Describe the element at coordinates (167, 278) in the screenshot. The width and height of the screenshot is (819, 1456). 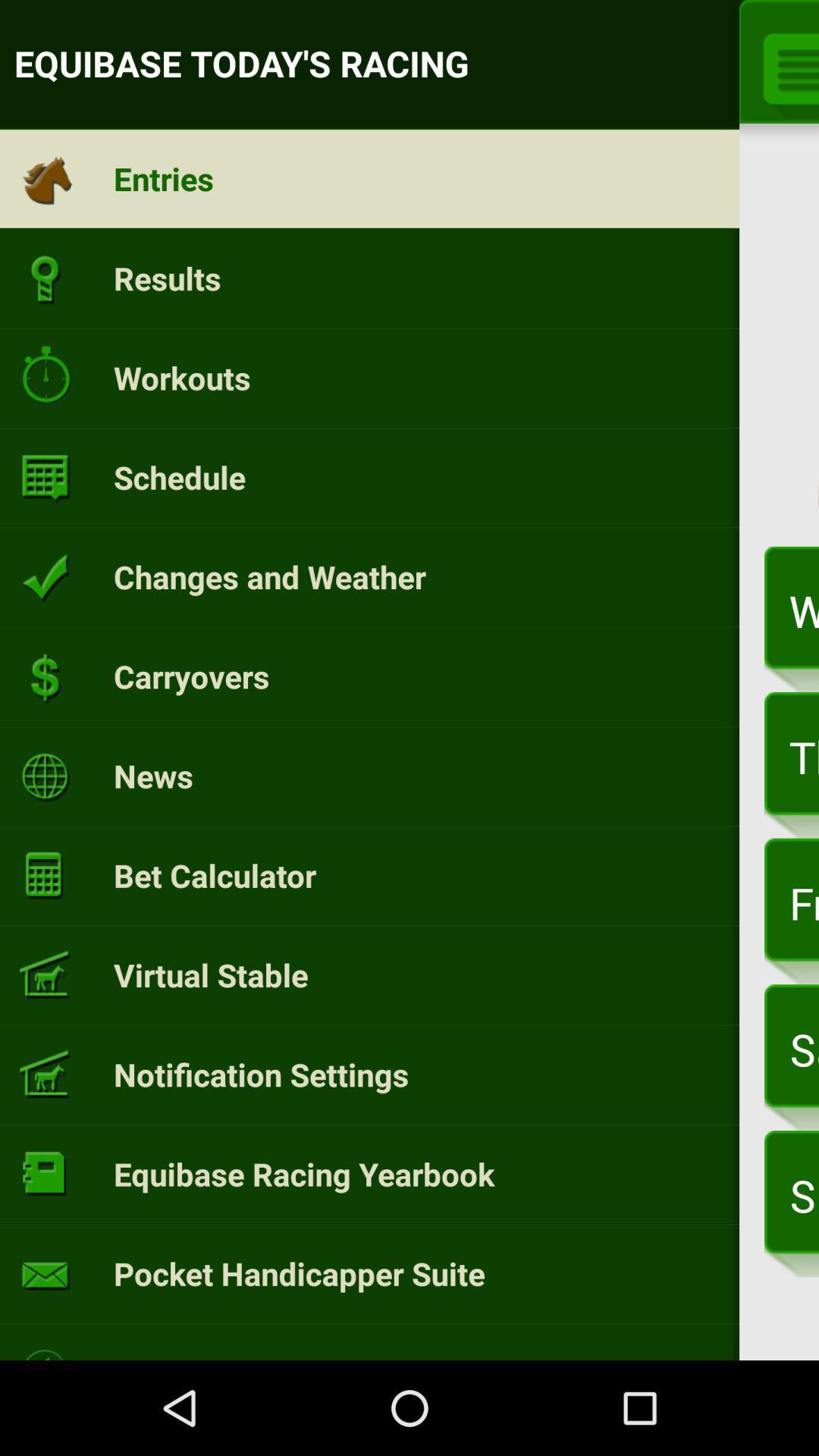
I see `results app` at that location.